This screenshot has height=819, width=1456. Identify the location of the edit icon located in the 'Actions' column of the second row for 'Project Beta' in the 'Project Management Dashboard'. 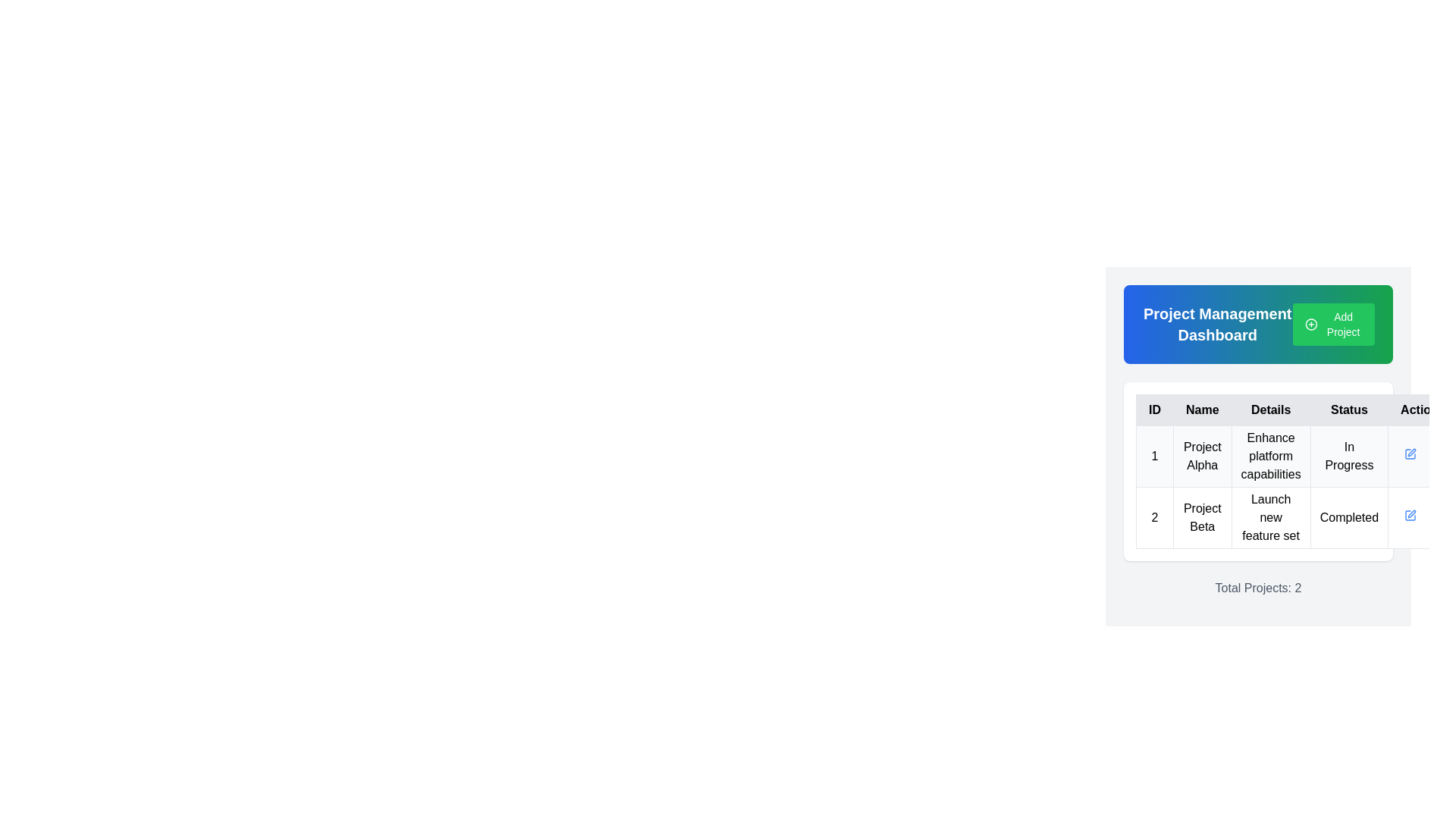
(1411, 513).